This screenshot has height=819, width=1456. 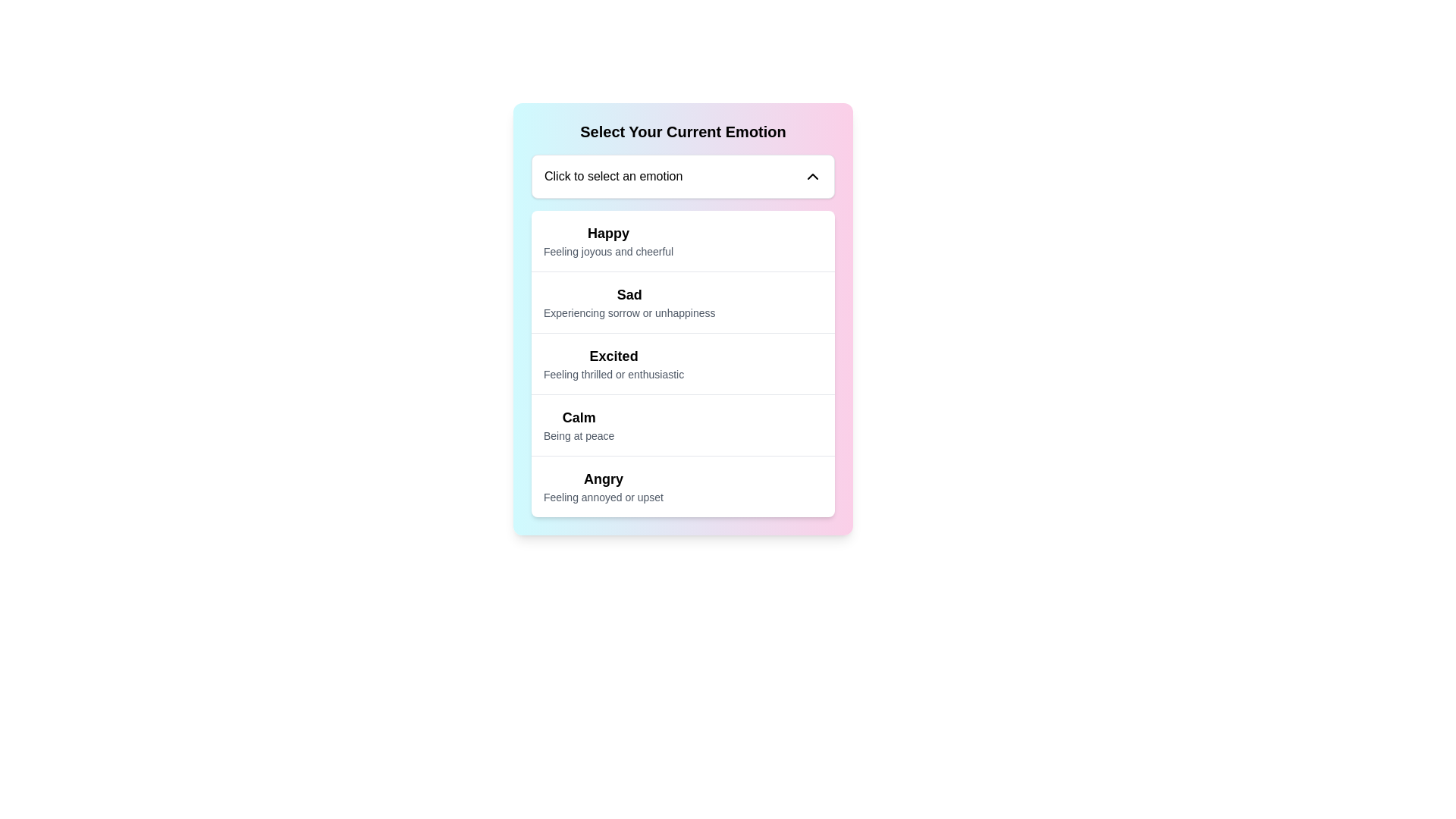 What do you see at coordinates (578, 418) in the screenshot?
I see `the label representing the emotion 'Calm,' which is the third item in the list of emotions, located beneath 'Excited' and above 'Being at peace.'` at bounding box center [578, 418].